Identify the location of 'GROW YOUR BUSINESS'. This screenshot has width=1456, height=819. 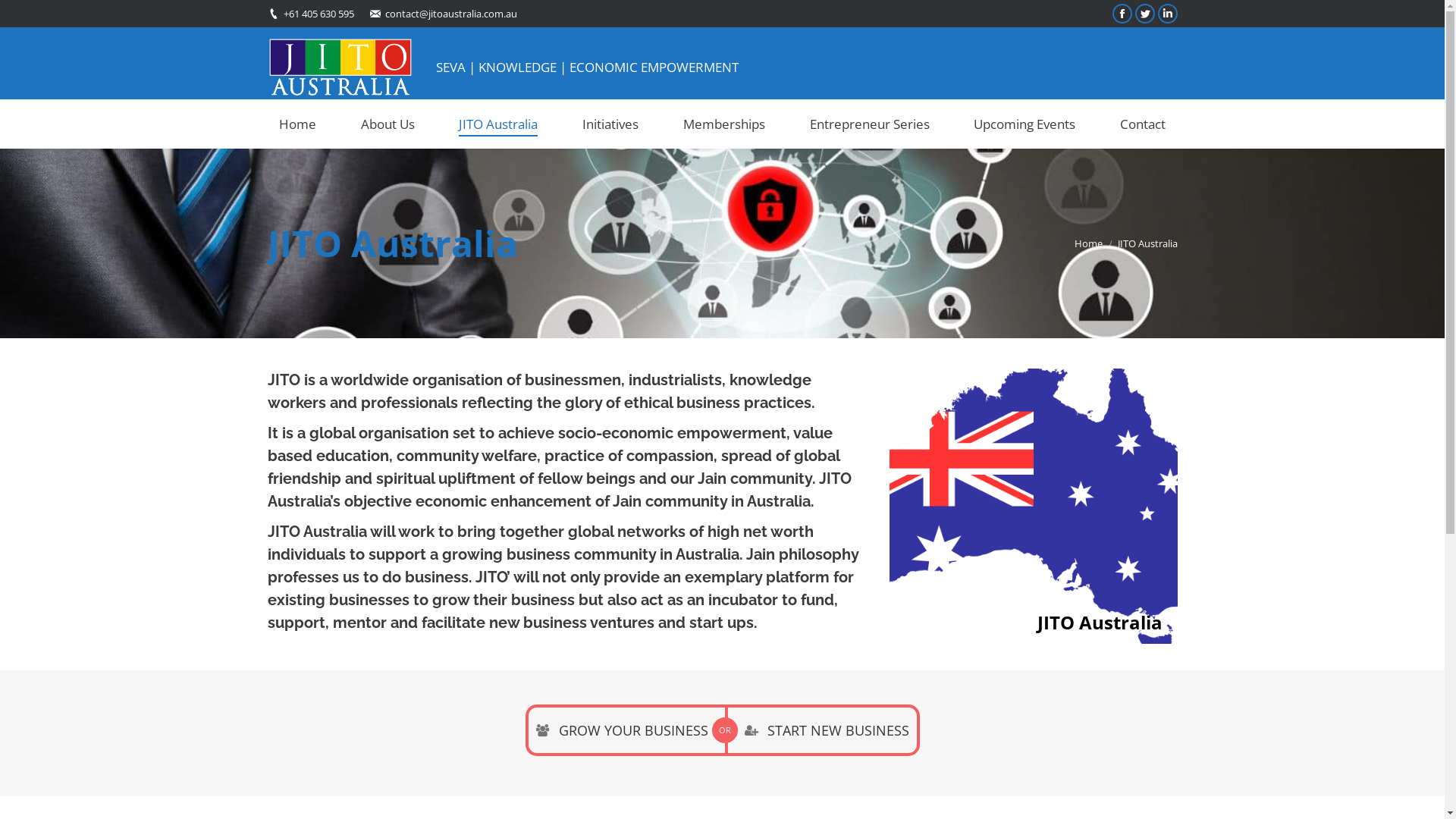
(624, 730).